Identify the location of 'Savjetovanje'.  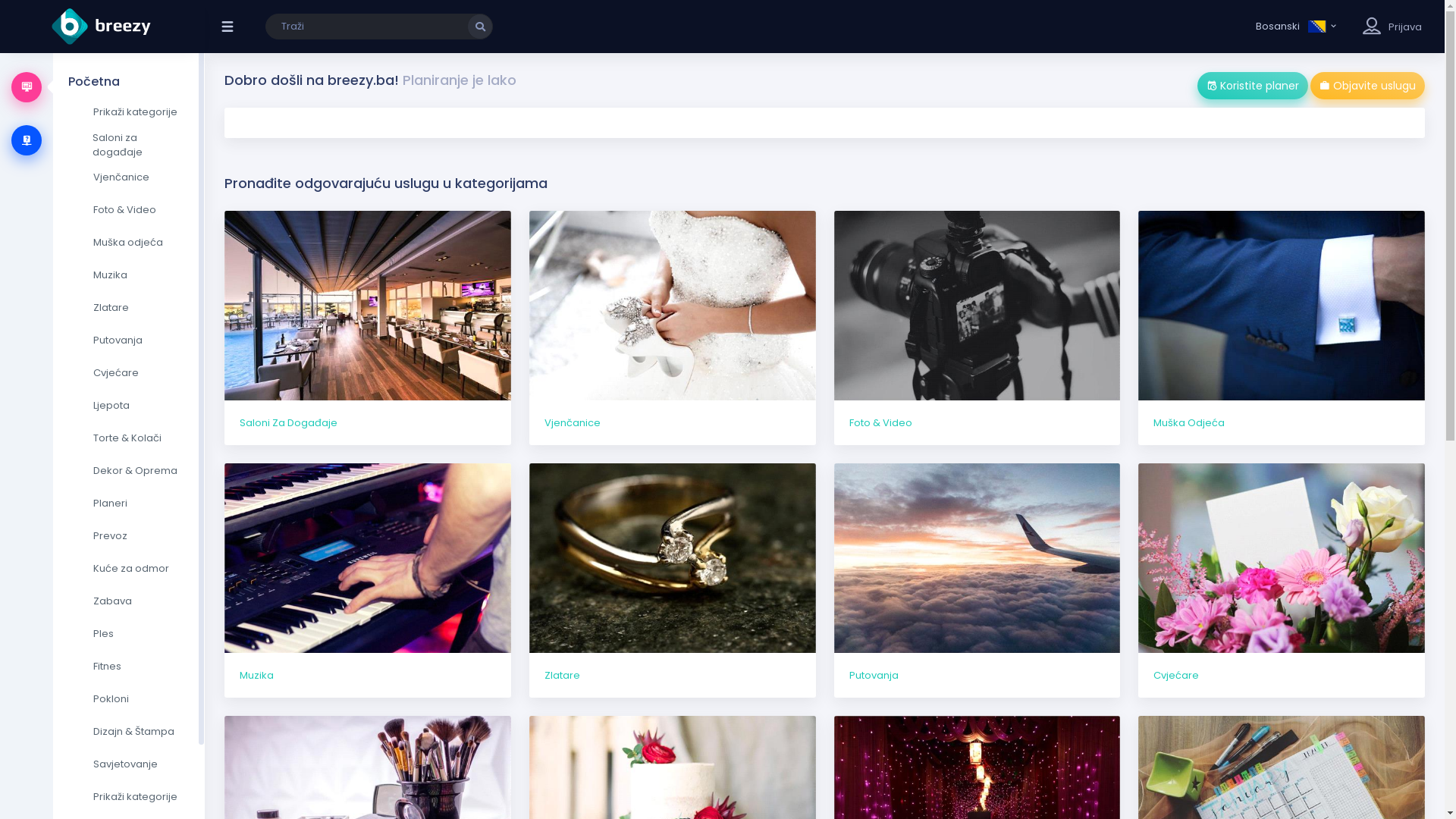
(128, 764).